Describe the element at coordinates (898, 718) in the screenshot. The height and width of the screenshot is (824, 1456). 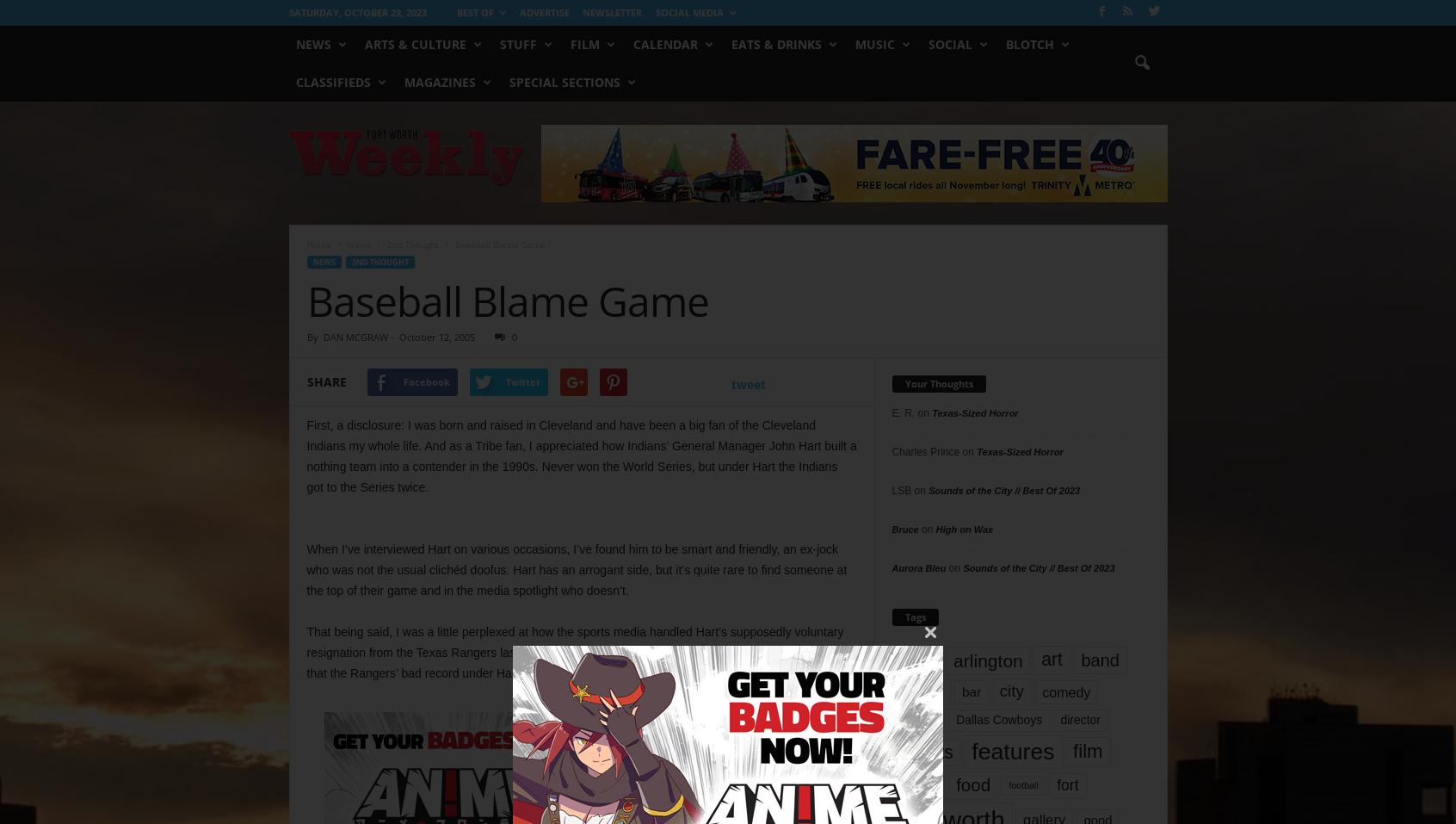
I see `'dallas'` at that location.